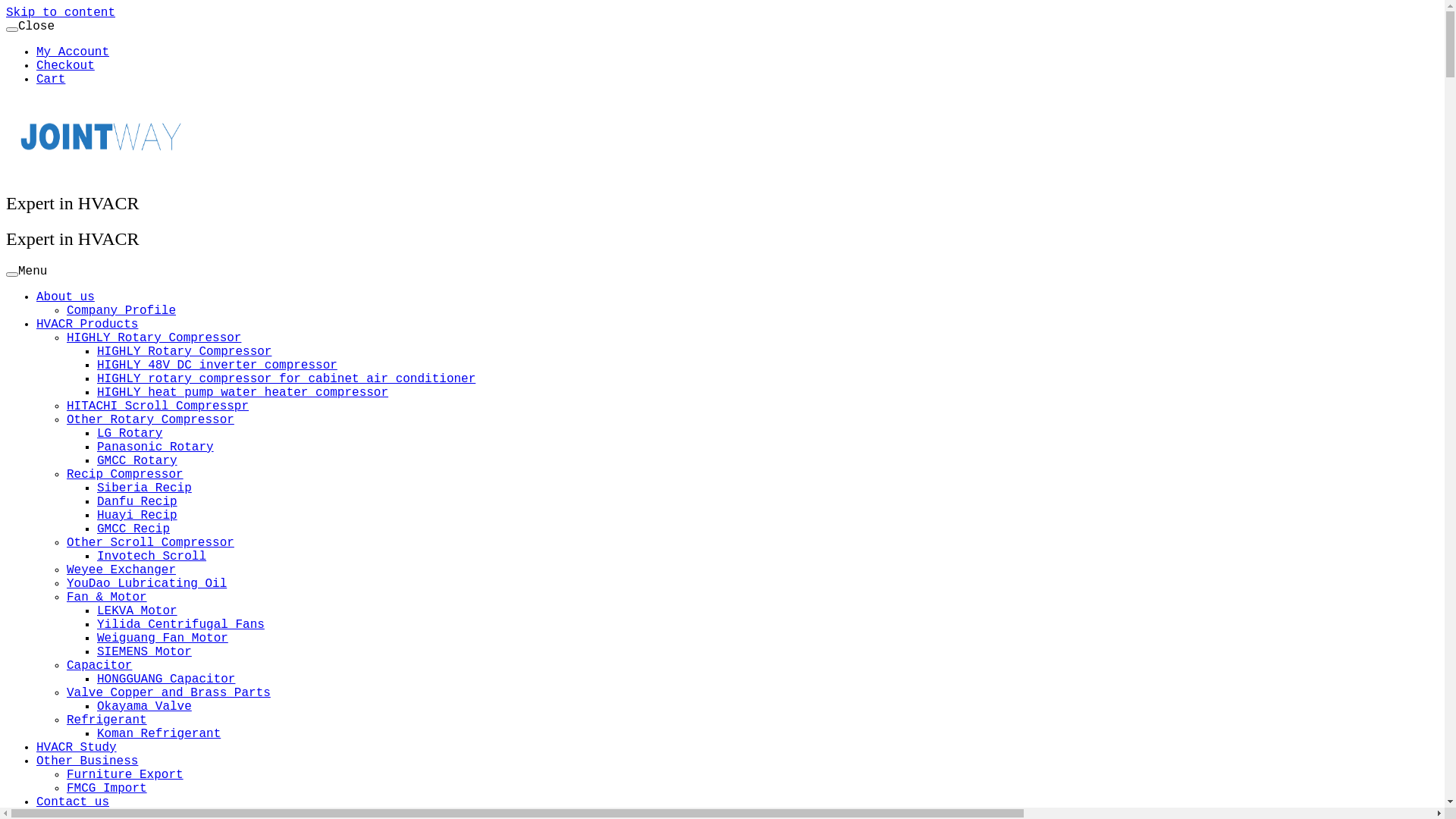 This screenshot has height=819, width=1456. What do you see at coordinates (105, 719) in the screenshot?
I see `'Refrigerant'` at bounding box center [105, 719].